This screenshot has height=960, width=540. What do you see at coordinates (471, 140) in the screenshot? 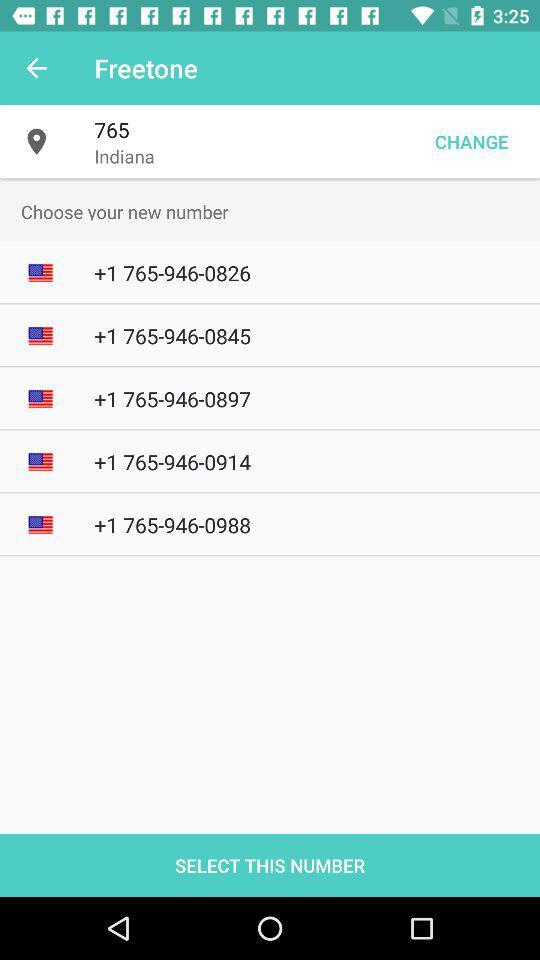
I see `the item to the right of the indiana` at bounding box center [471, 140].